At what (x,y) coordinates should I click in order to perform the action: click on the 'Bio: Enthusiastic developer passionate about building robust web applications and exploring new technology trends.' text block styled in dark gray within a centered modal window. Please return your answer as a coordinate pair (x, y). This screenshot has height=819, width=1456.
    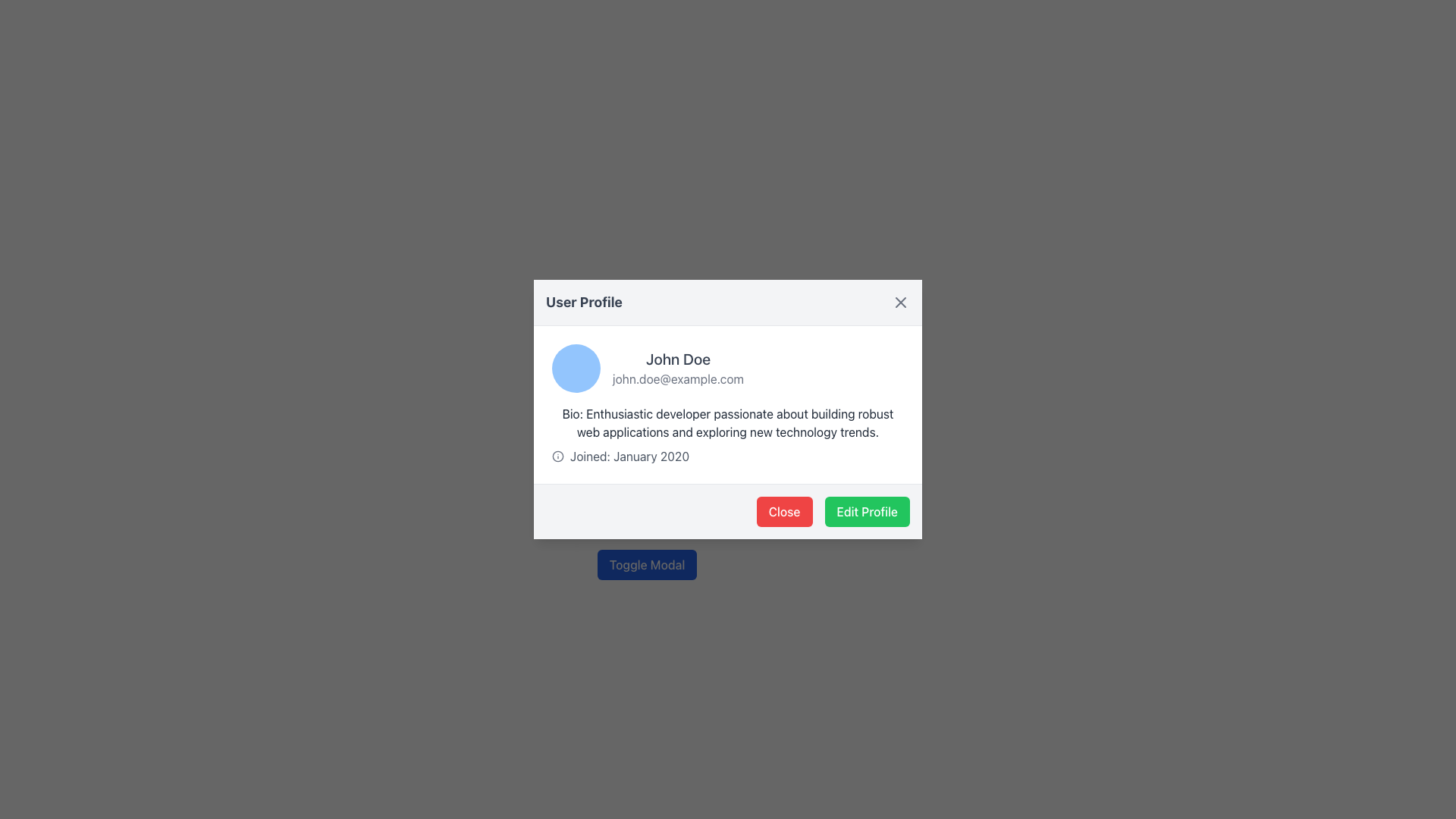
    Looking at the image, I should click on (728, 423).